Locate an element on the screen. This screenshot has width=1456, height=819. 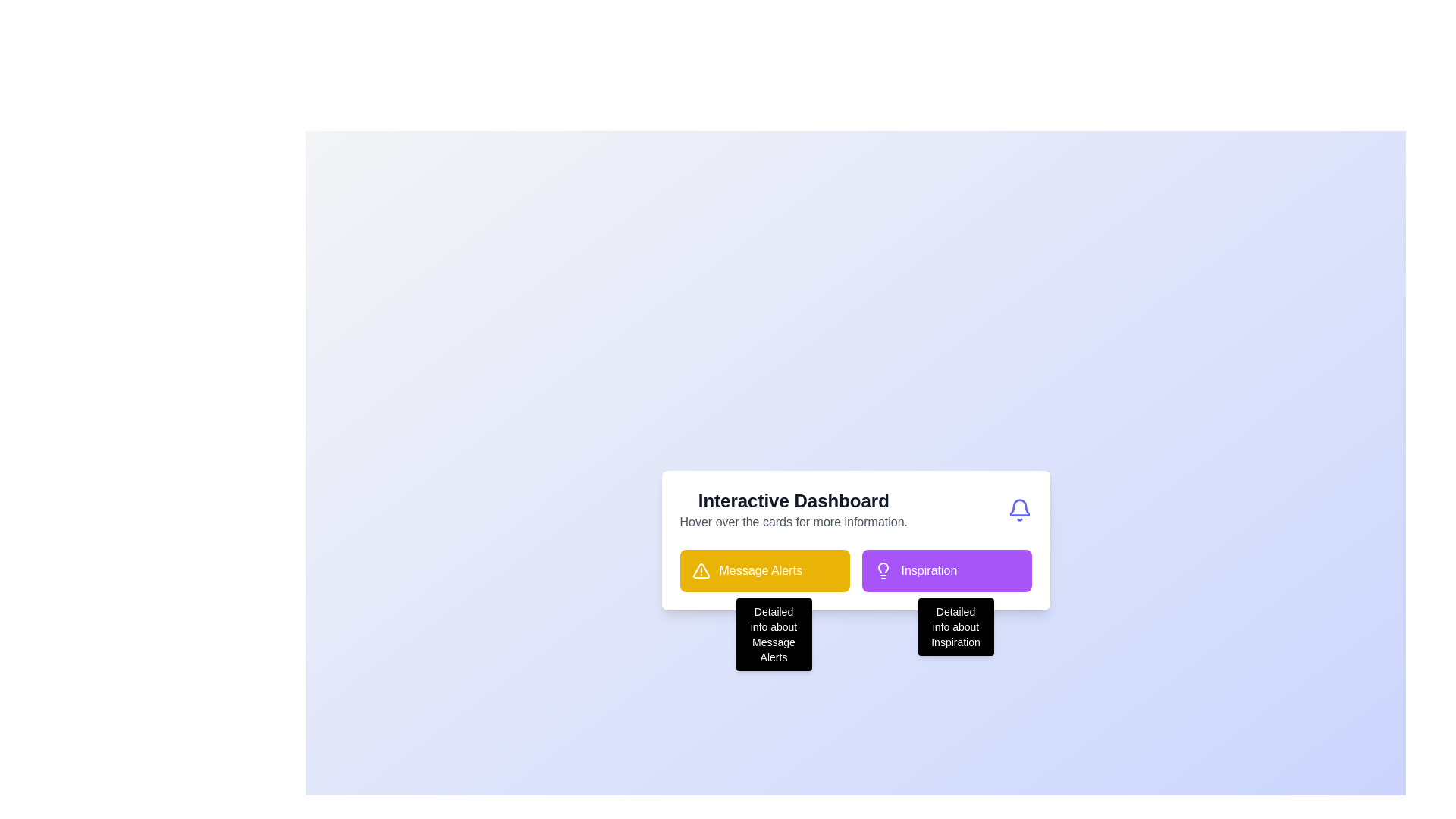
the bell icon styled in an outline form with an indigo stroke color, located at the top-right corner adjacent to the 'Interactive Dashboard' text block is located at coordinates (1019, 510).